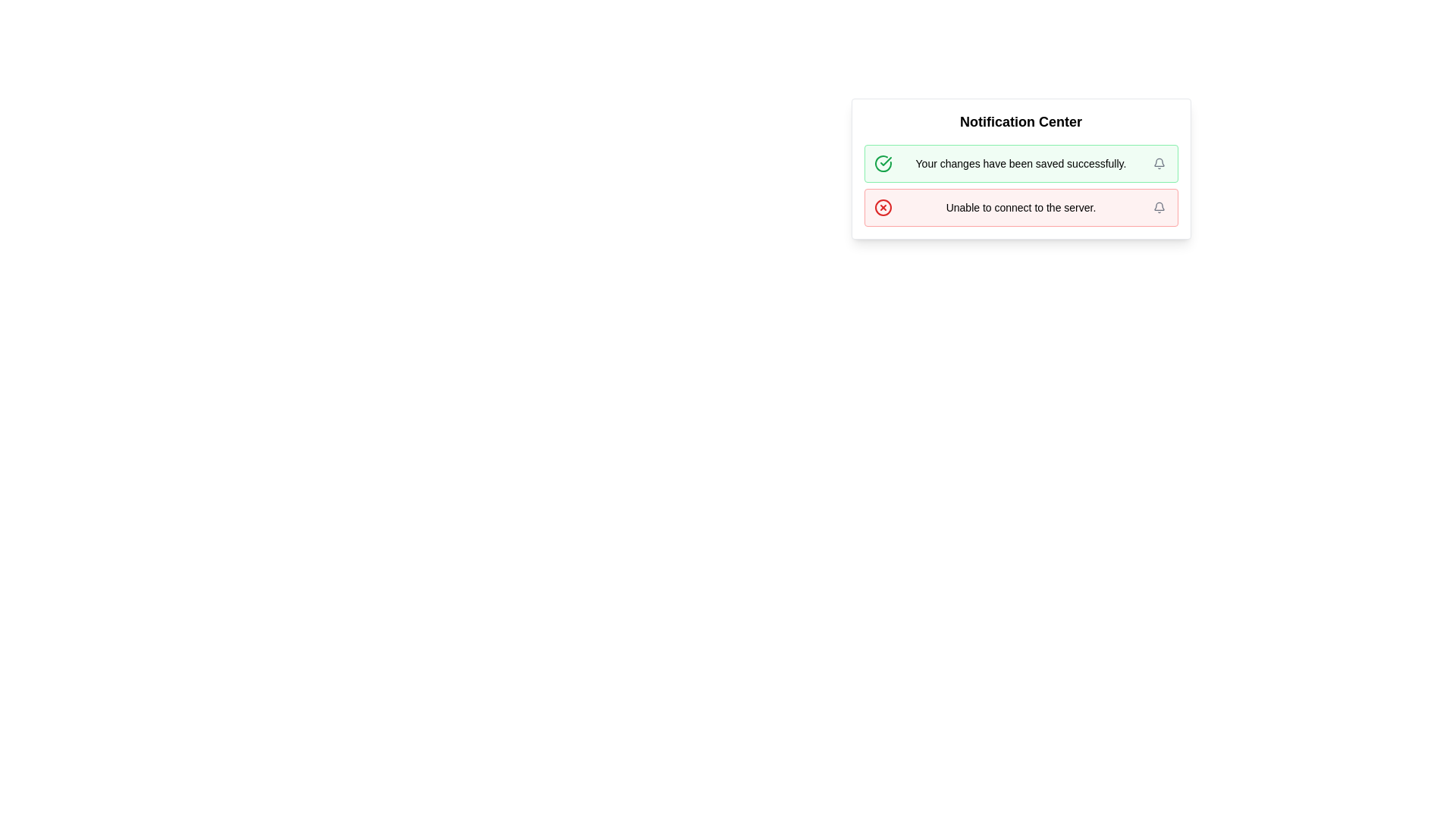 The height and width of the screenshot is (819, 1456). I want to click on the bell icon, which is a simplistic outline structure located in the top-right corner of the notification center, so click(1158, 206).